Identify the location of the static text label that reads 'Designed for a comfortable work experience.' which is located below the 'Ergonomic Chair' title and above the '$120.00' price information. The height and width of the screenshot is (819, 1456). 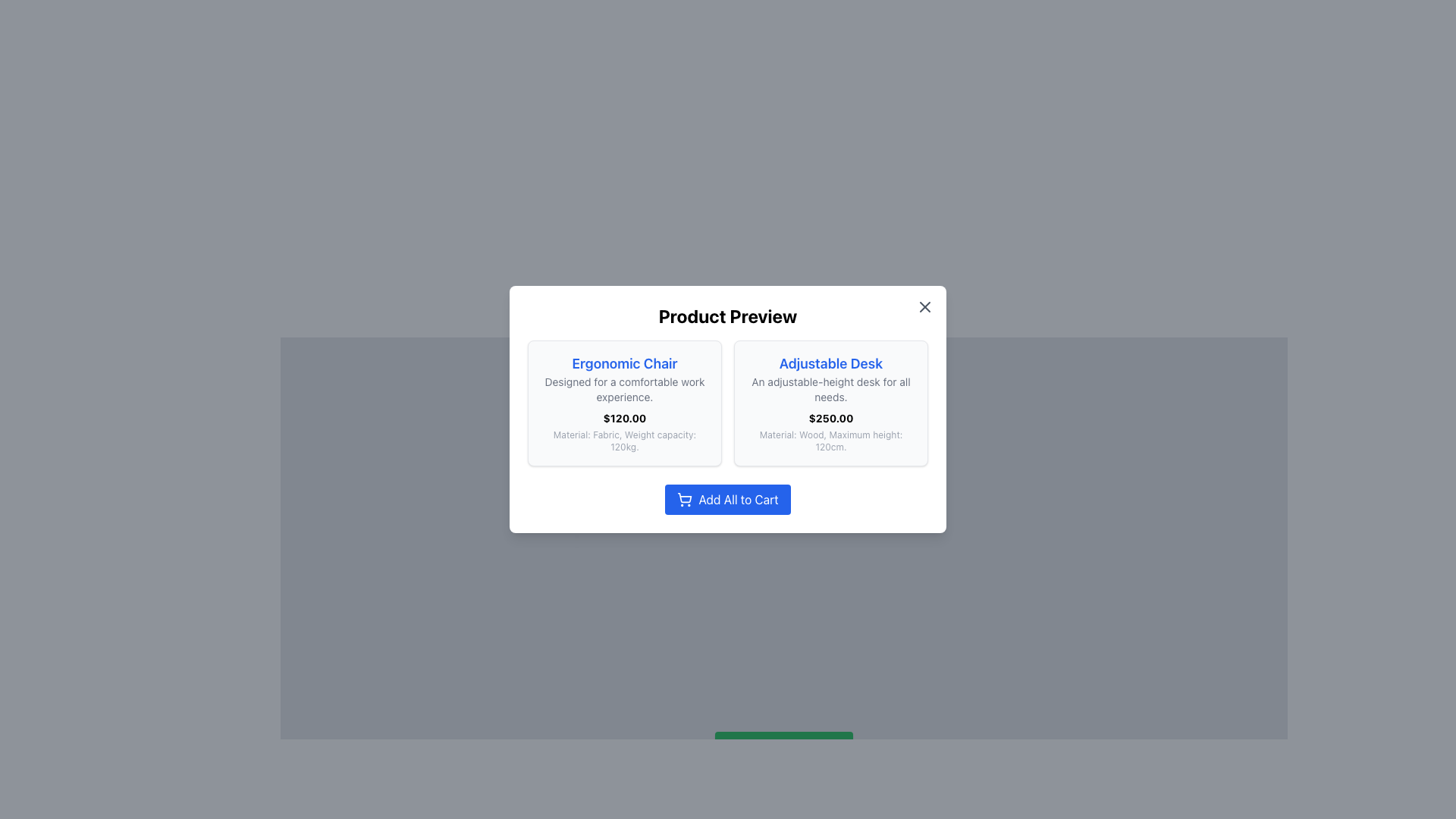
(625, 388).